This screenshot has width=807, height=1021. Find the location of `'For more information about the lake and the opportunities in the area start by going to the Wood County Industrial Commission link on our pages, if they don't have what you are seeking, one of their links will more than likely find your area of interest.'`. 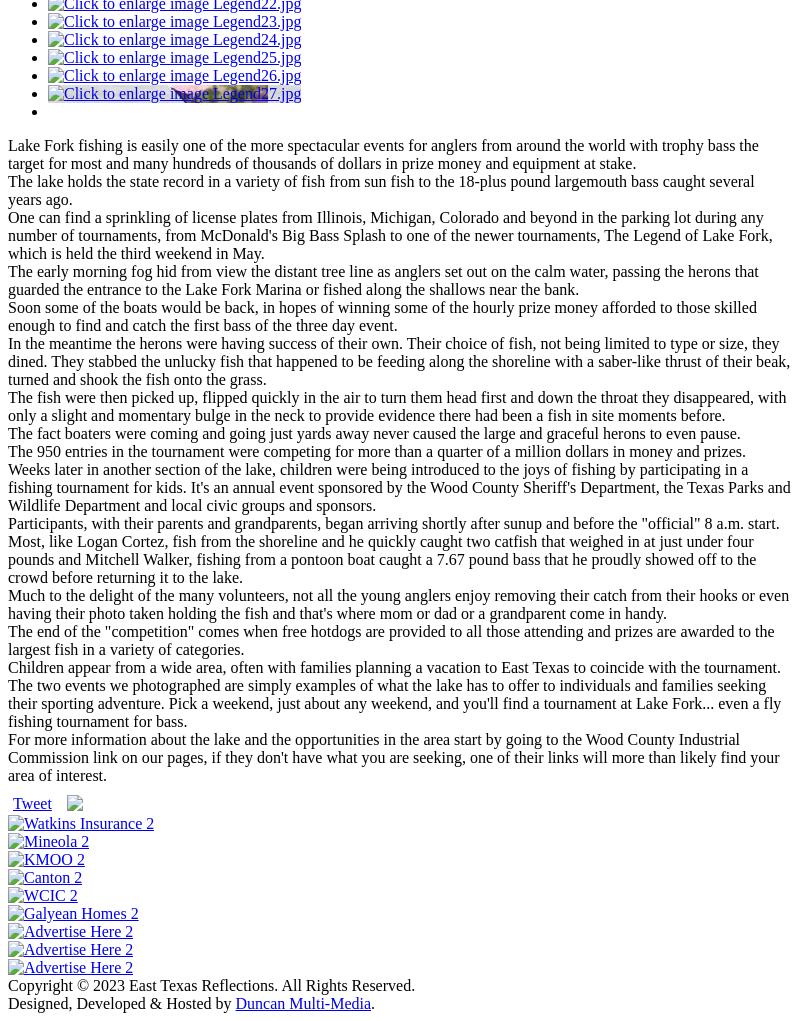

'For more information about the lake and the opportunities in the area start by going to the Wood County Industrial Commission link on our pages, if they don't have what you are seeking, one of their links will more than likely find your area of interest.' is located at coordinates (393, 756).